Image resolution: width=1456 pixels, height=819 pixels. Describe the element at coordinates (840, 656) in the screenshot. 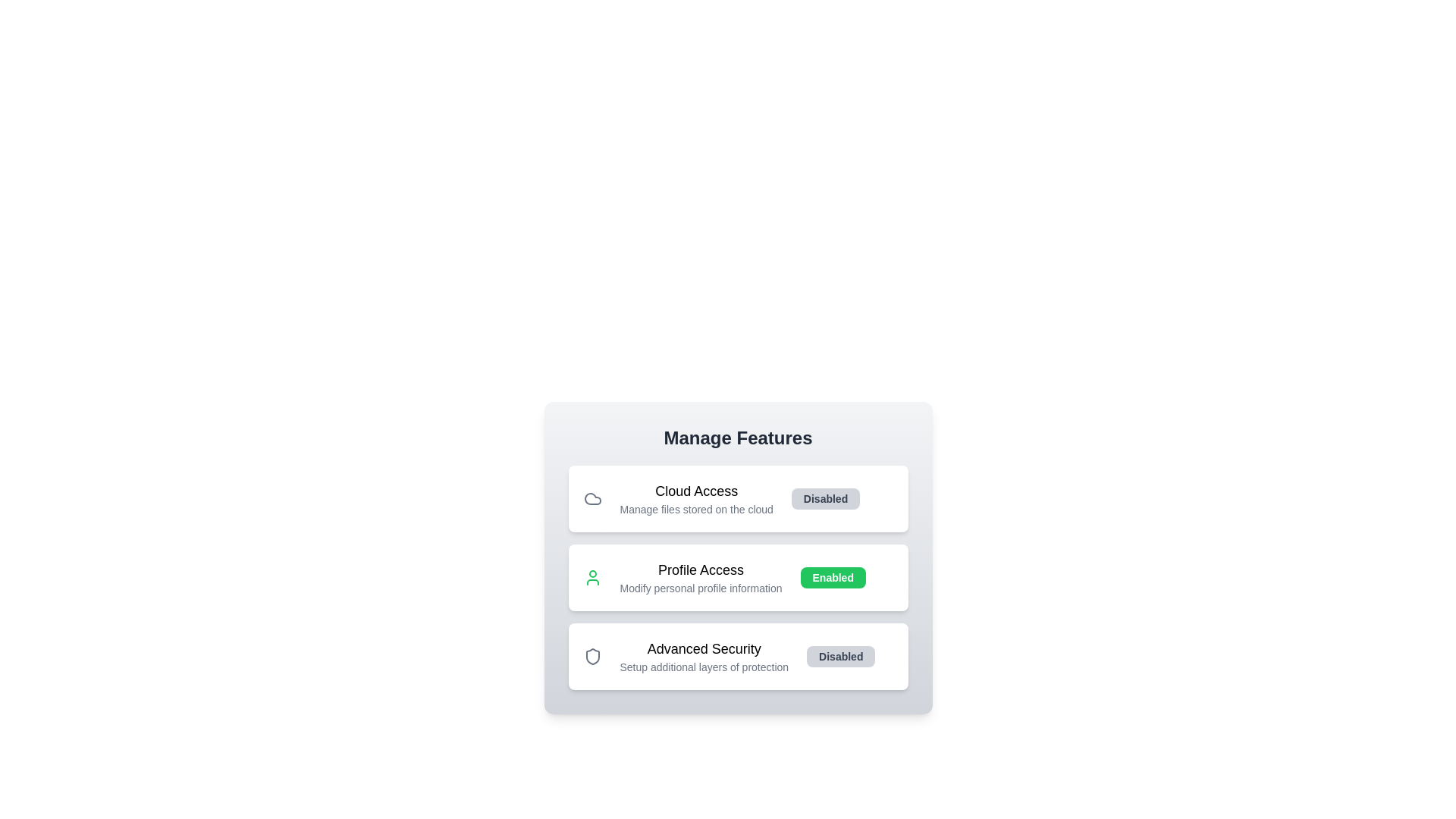

I see `toggle button for the feature identified by Advanced Security` at that location.